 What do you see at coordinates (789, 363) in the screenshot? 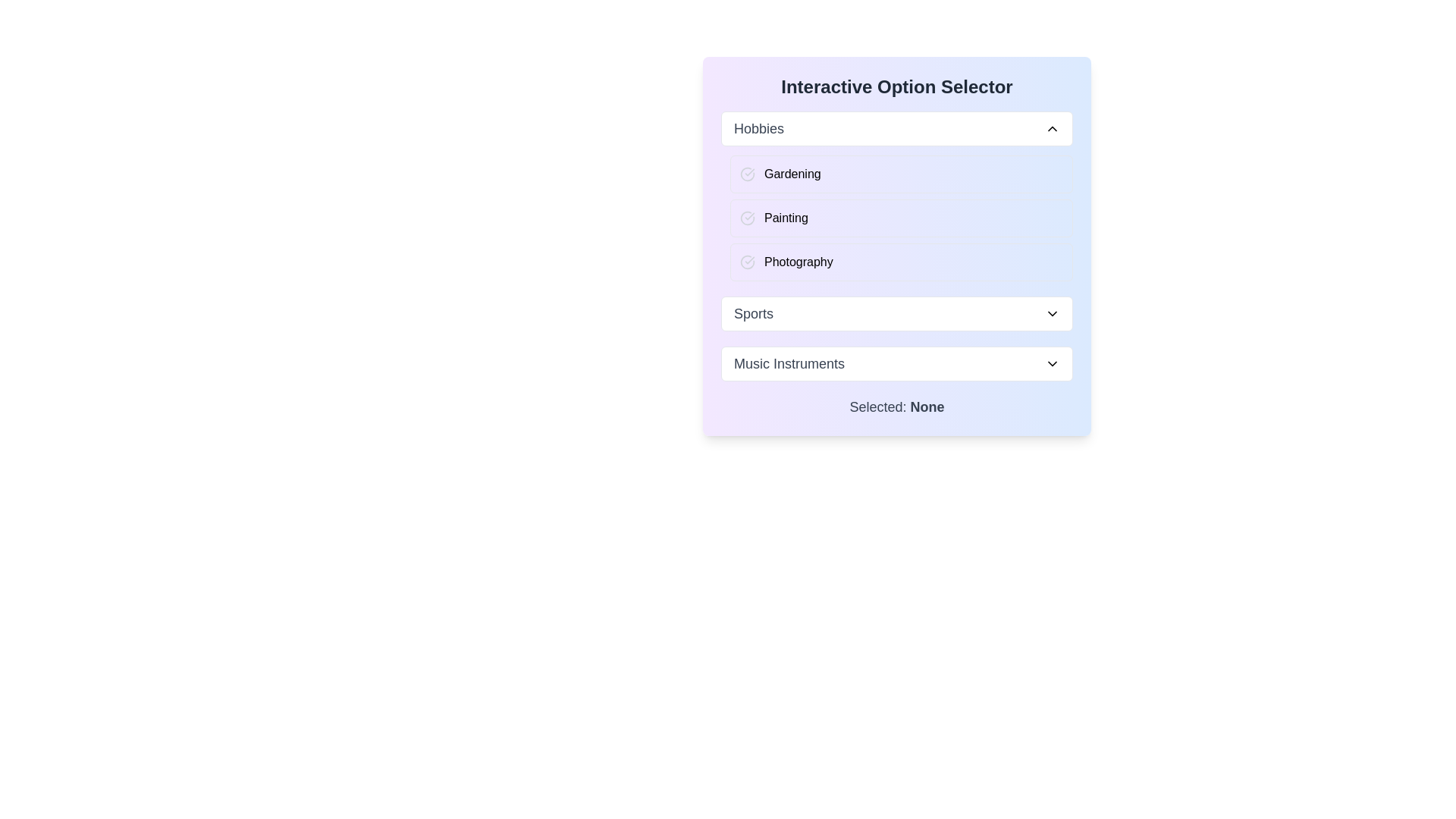
I see `the 'Music Instruments' text label located in the 'Sports' dropdown within the 'Interactive Option Selector'` at bounding box center [789, 363].